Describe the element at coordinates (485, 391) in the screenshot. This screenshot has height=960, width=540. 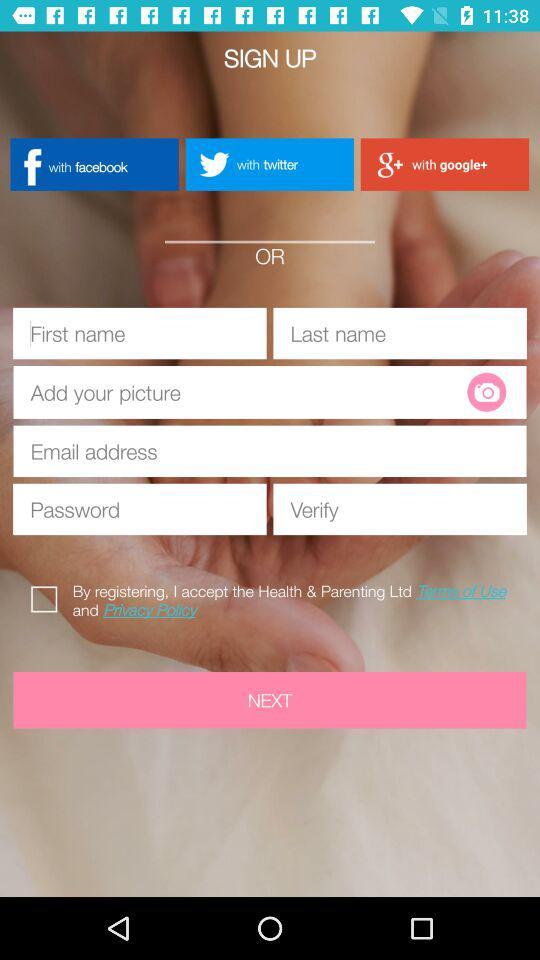
I see `take or upload a photo` at that location.